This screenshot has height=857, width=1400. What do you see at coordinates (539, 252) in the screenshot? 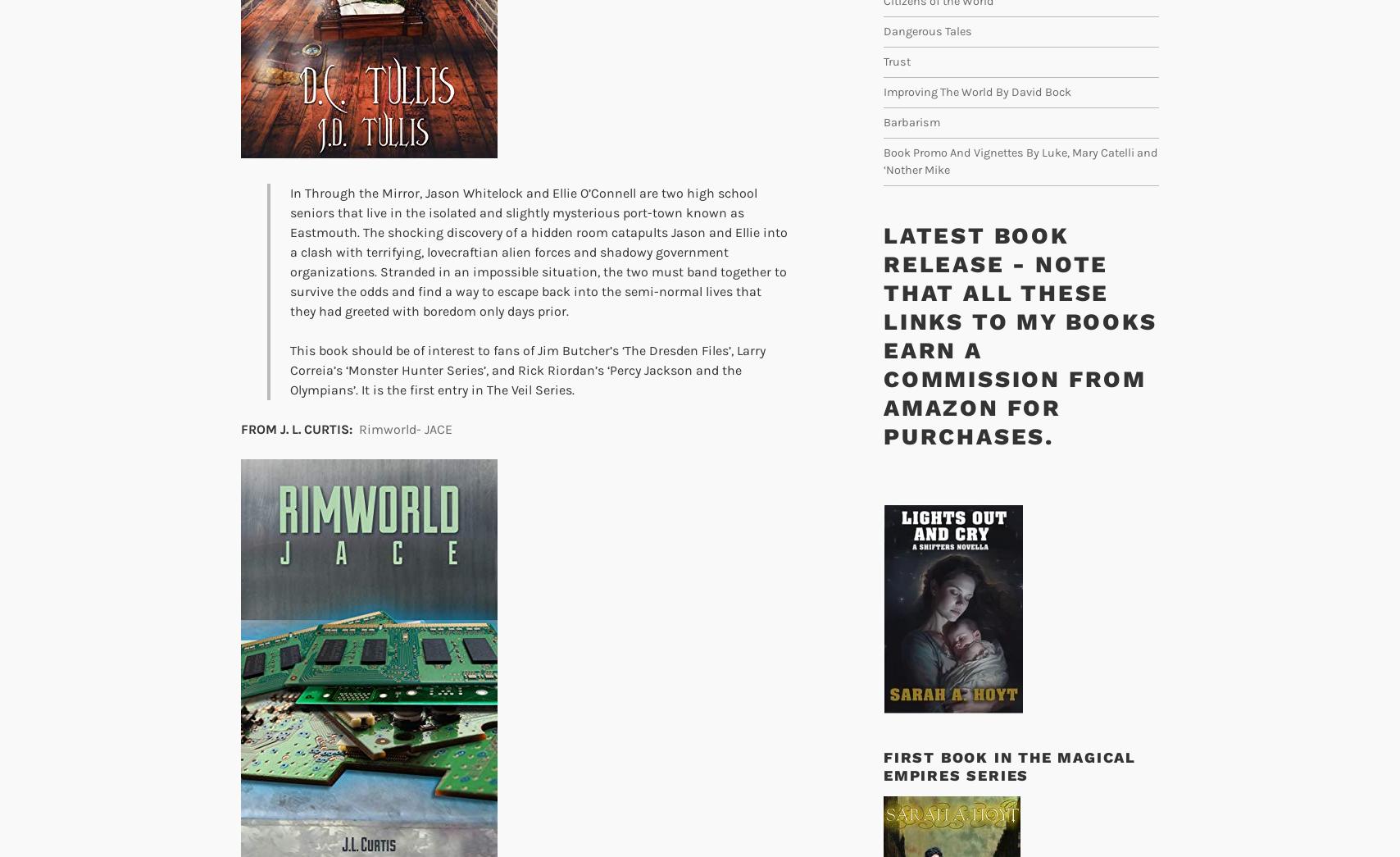
I see `'In Through the Mirror, Jason Whitelock and Ellie O’Connell are two high school seniors that live in the isolated and slightly mysterious port-town known as Eastmouth. The shocking discovery of a hidden room catapults Jason and Ellie into a clash with terrifying, lovecraftian alien forces and shadowy government organizations. Stranded in an impossible situation, the two must band together to survive the odds and find a way to escape back into the semi-normal lives that they had greeted with boredom only days prior.'` at bounding box center [539, 252].